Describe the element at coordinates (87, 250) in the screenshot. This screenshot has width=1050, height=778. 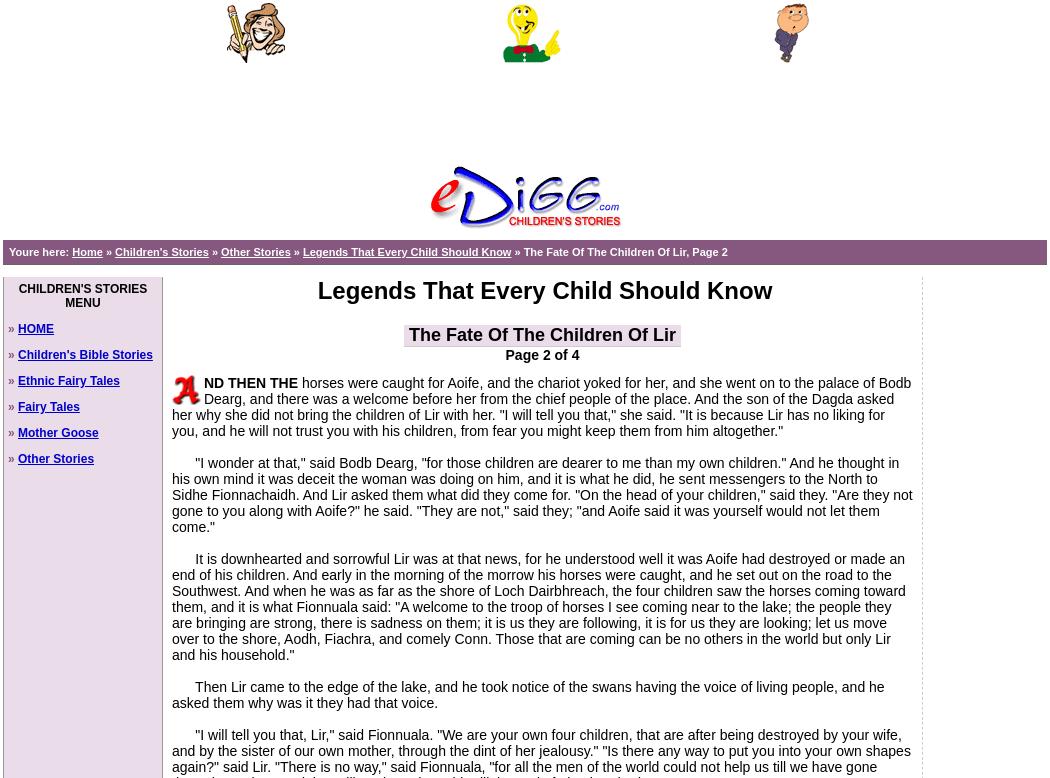
I see `'Home'` at that location.